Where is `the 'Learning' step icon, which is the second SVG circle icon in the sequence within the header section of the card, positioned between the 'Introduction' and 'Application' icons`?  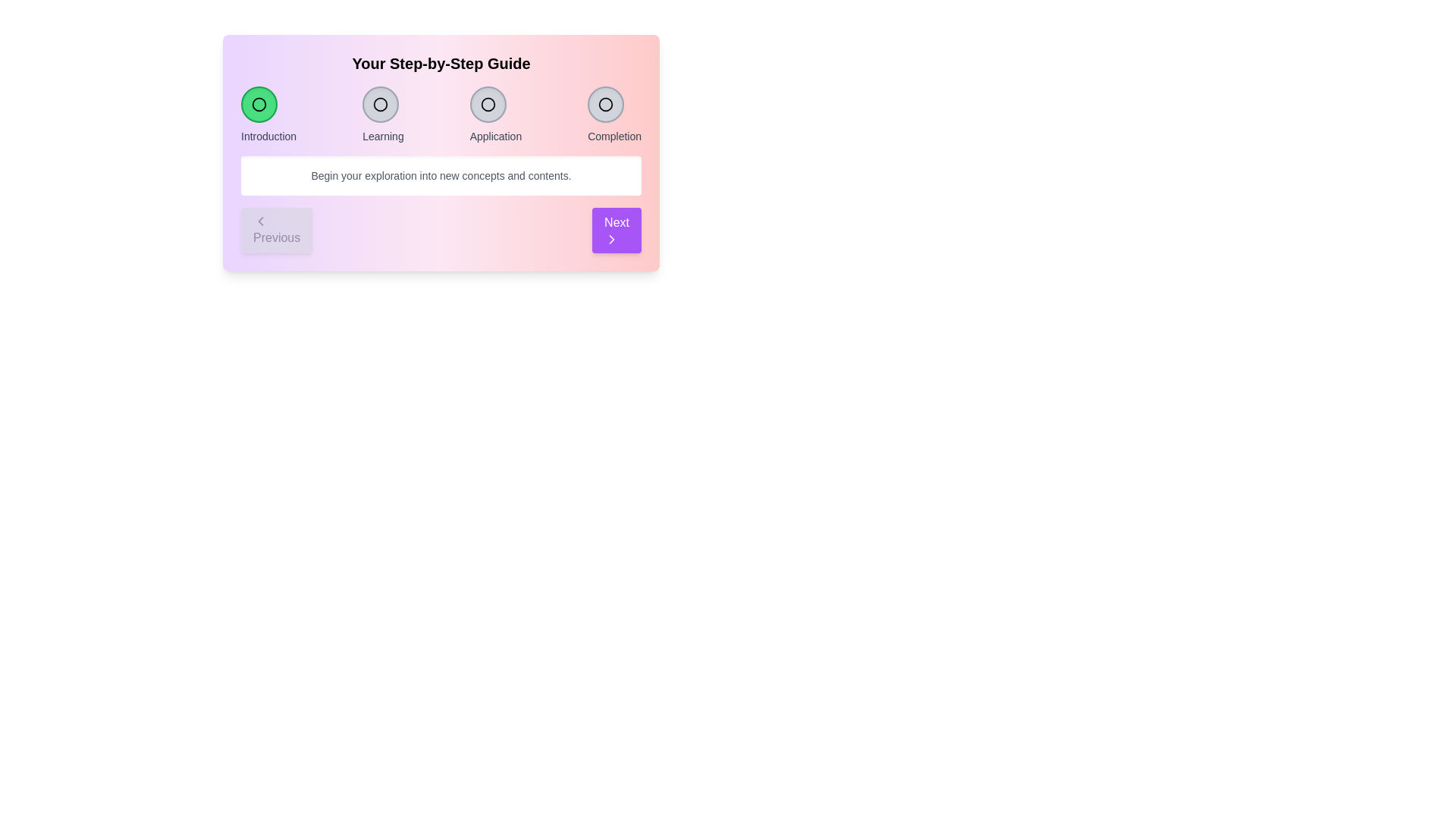
the 'Learning' step icon, which is the second SVG circle icon in the sequence within the header section of the card, positioned between the 'Introduction' and 'Application' icons is located at coordinates (381, 104).